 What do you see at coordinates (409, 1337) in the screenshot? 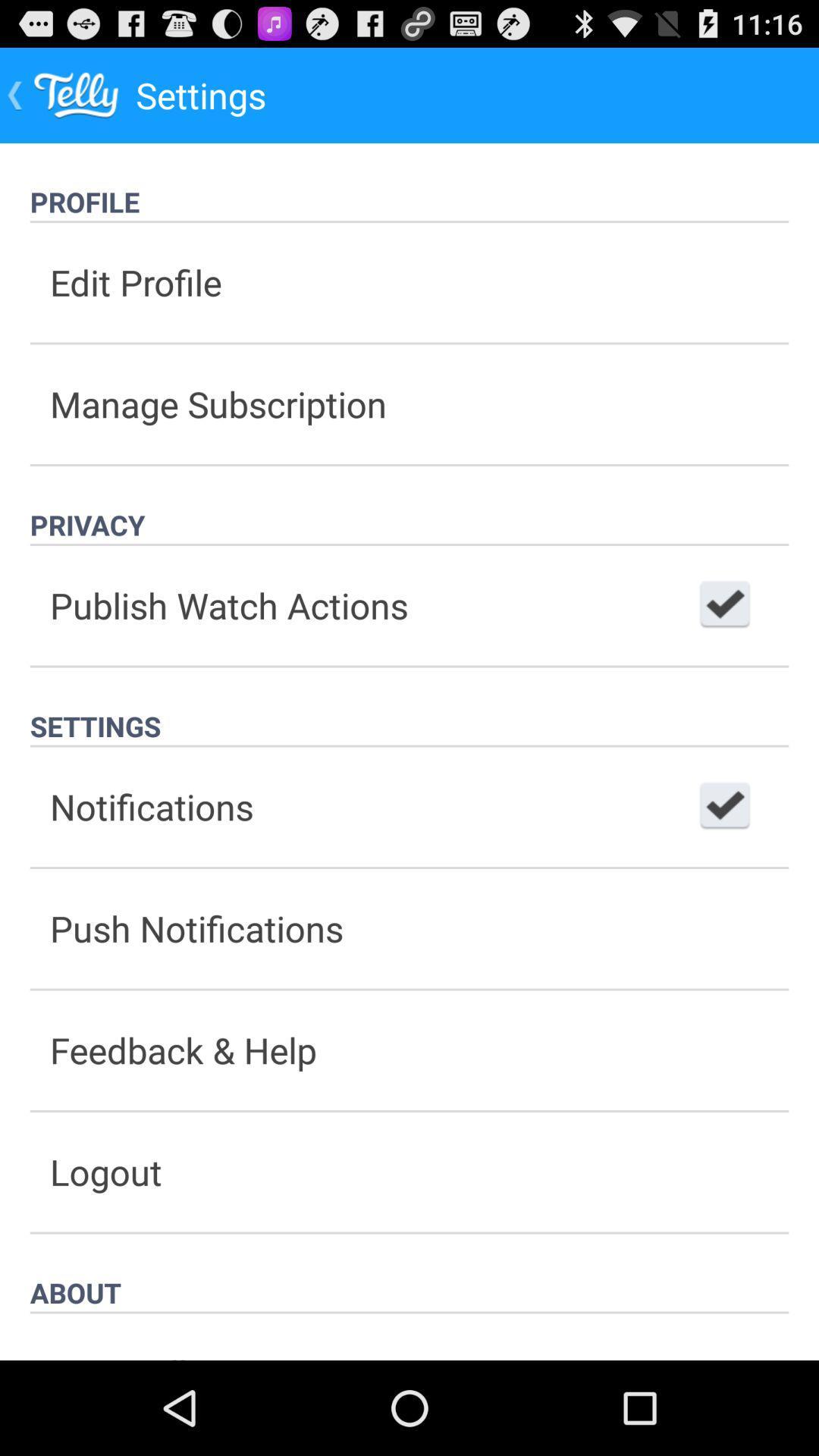
I see `app below about icon` at bounding box center [409, 1337].